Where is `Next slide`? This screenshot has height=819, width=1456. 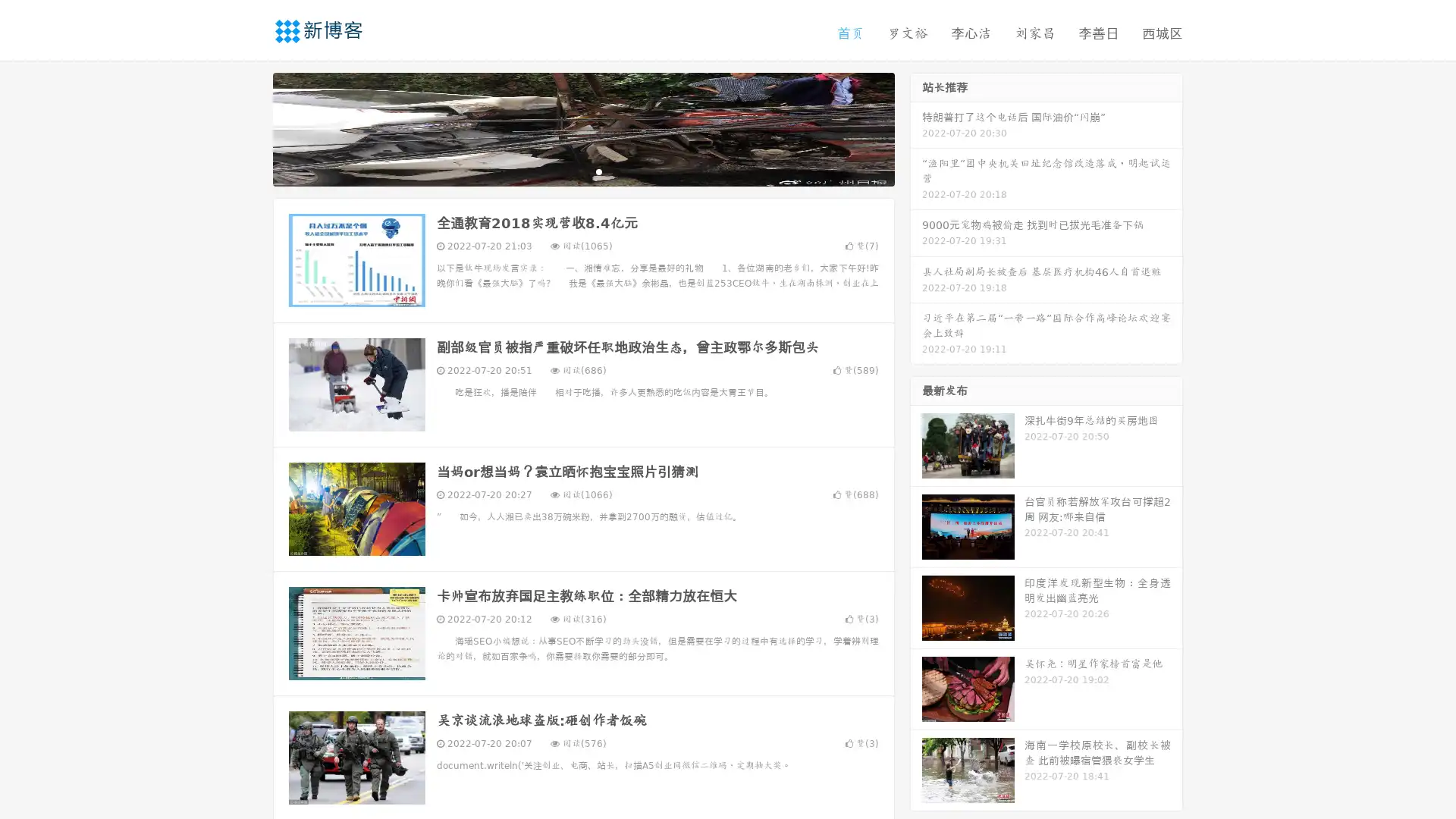
Next slide is located at coordinates (916, 127).